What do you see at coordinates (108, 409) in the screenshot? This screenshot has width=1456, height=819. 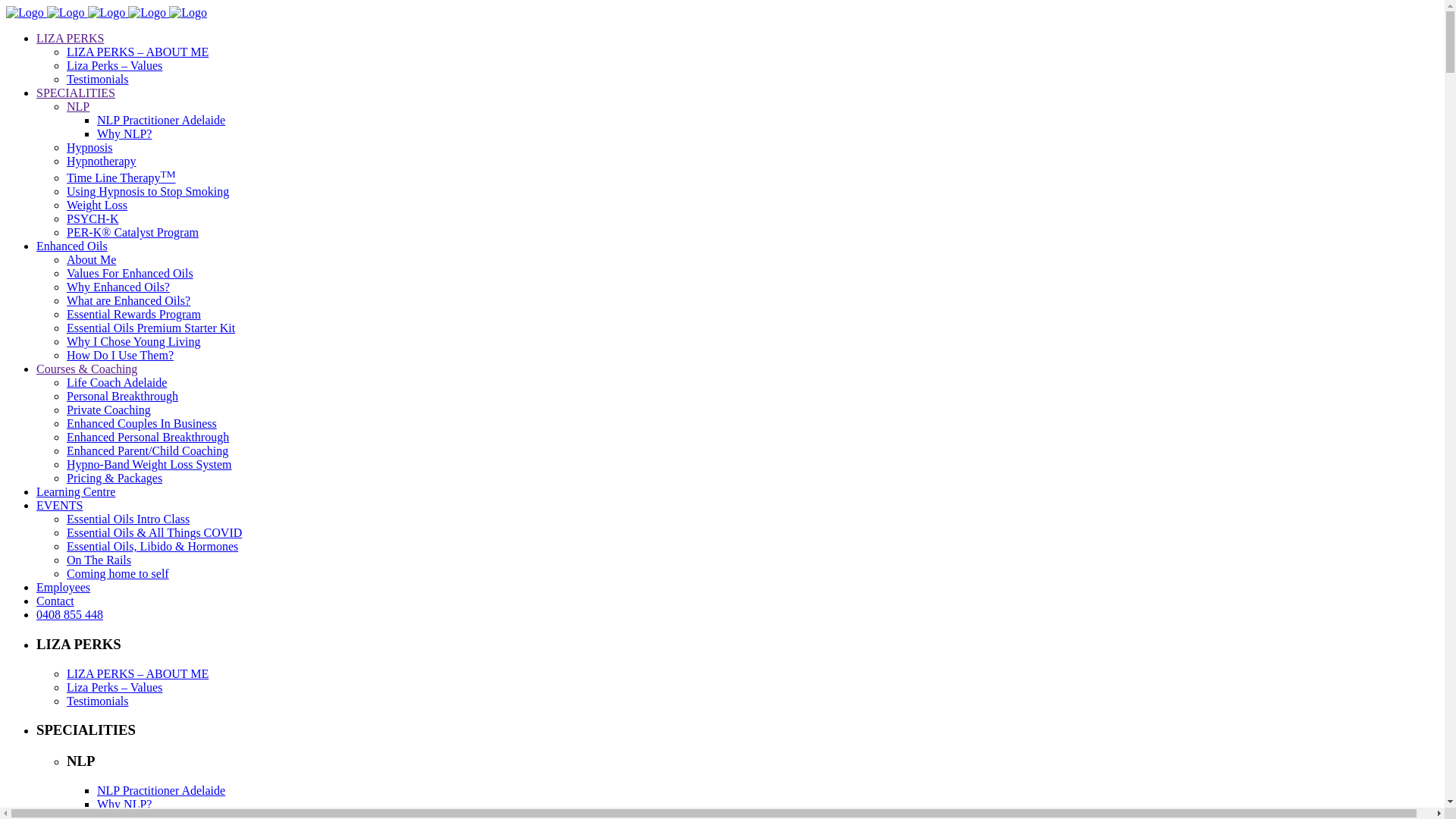 I see `'Private Coaching'` at bounding box center [108, 409].